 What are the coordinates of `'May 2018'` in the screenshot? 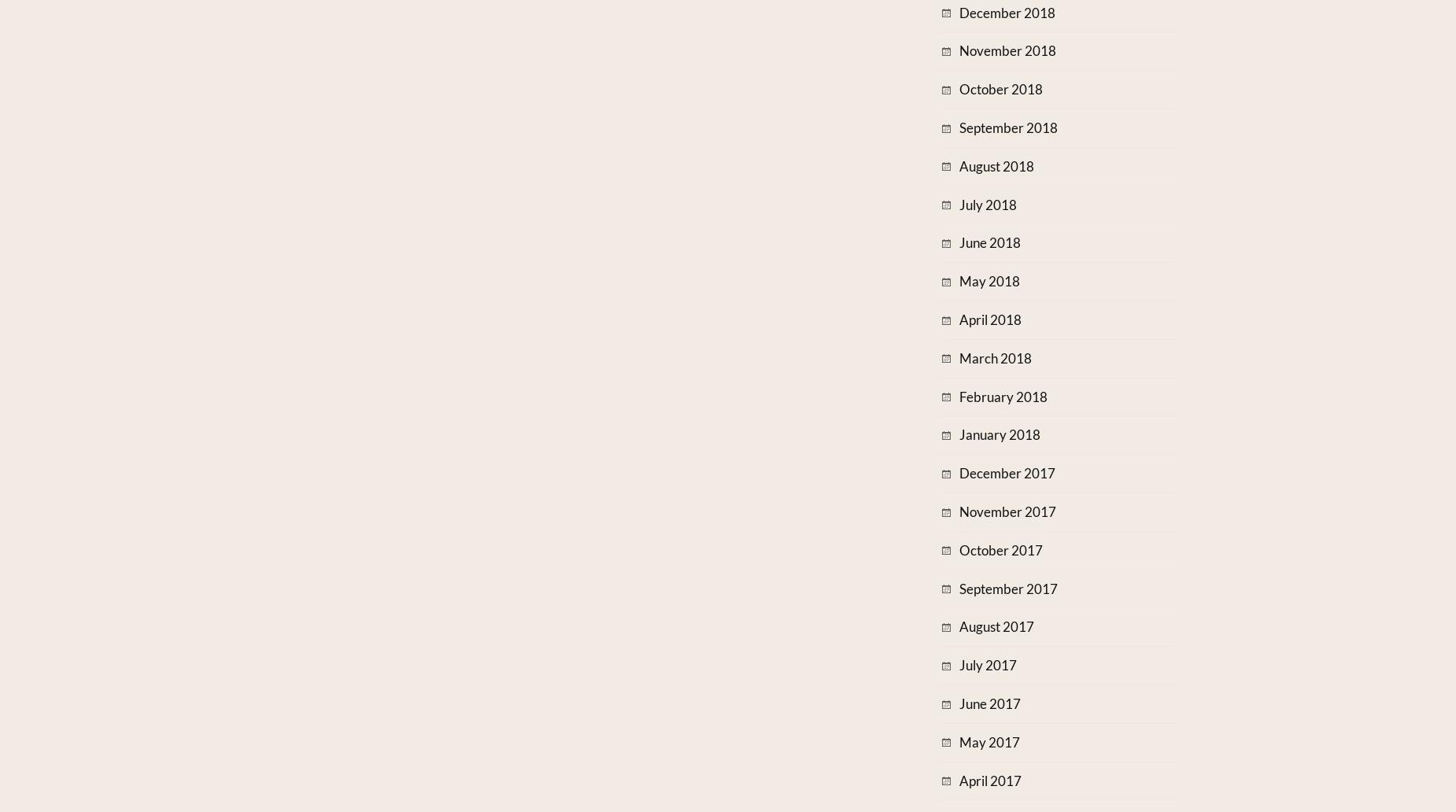 It's located at (958, 281).